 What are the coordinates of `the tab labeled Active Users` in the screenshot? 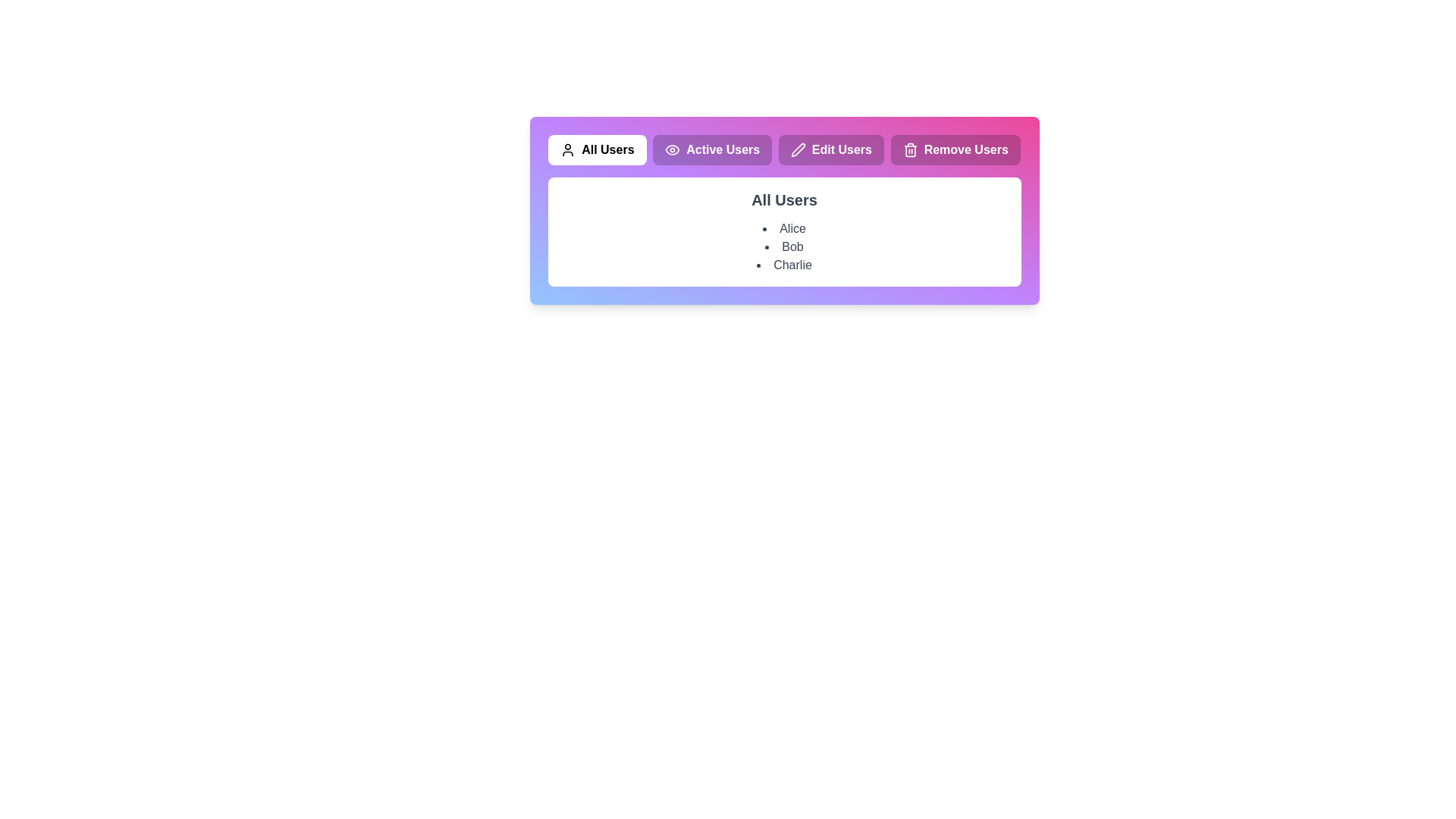 It's located at (711, 149).